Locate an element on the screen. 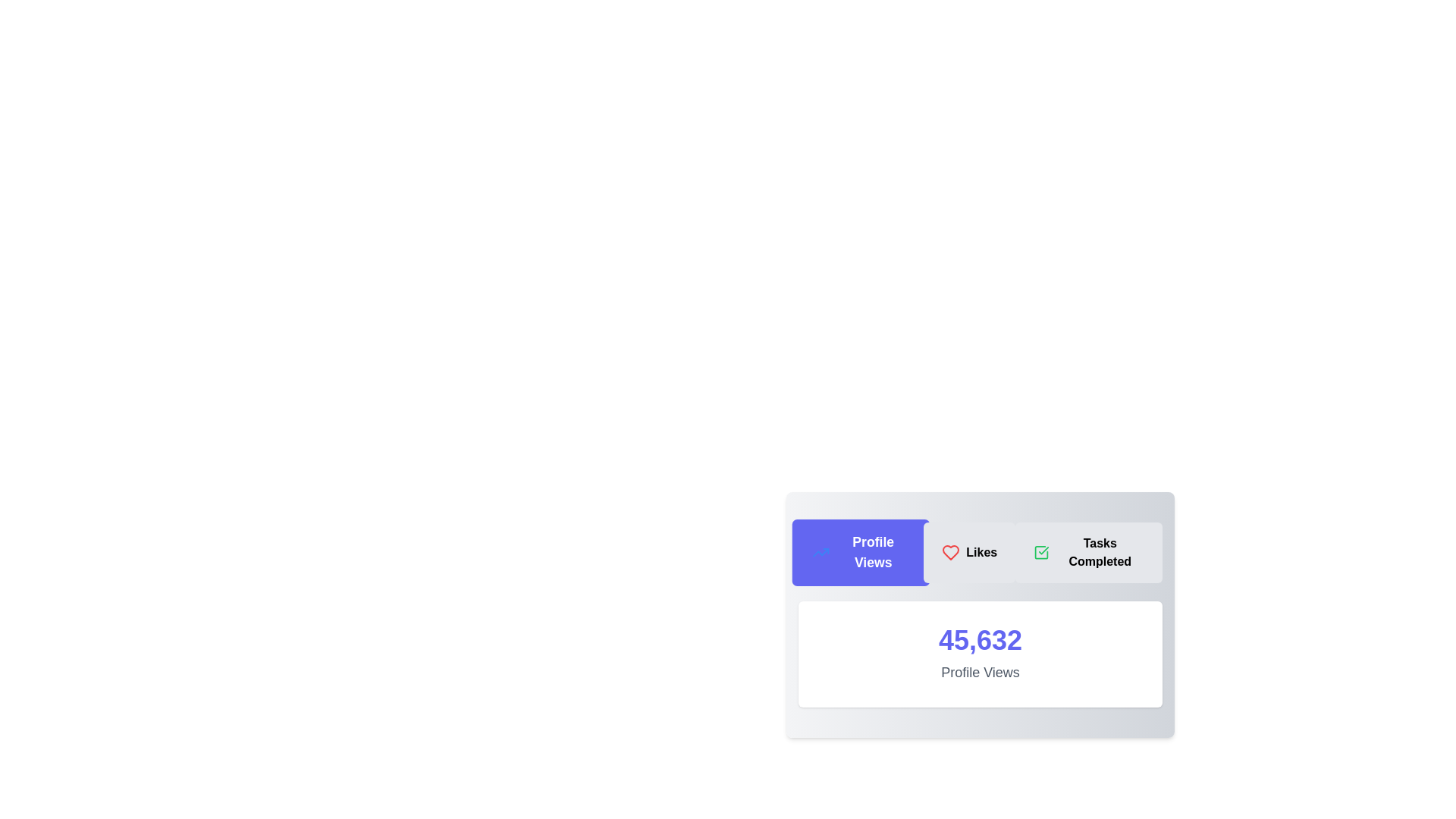 The height and width of the screenshot is (819, 1456). the tab labeled Likes to observe its hover effect is located at coordinates (968, 553).